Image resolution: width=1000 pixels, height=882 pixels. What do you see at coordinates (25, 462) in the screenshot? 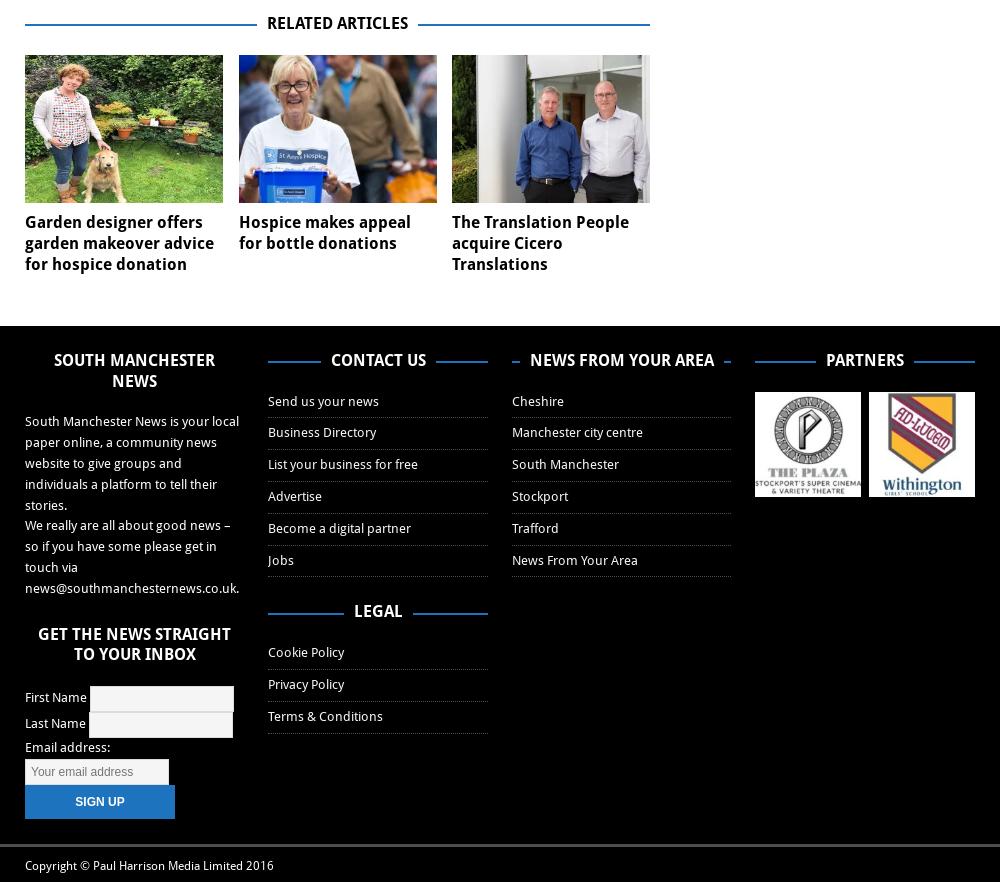
I see `'South Manchester News is your local paper online, a community news website to give groups and individuals a platform to tell their stories.'` at bounding box center [25, 462].